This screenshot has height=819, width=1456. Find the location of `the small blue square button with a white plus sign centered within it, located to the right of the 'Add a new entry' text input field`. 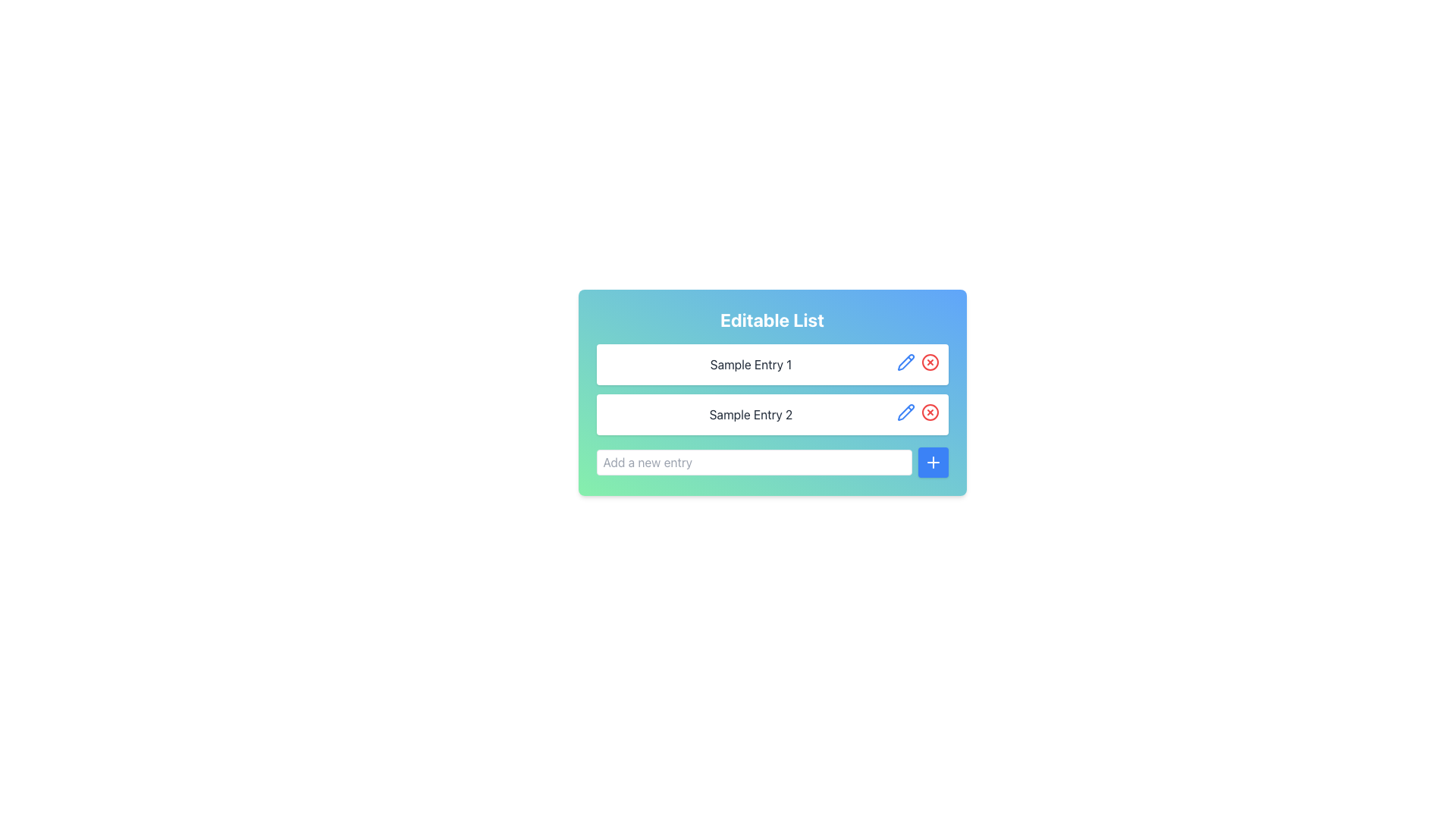

the small blue square button with a white plus sign centered within it, located to the right of the 'Add a new entry' text input field is located at coordinates (931, 461).